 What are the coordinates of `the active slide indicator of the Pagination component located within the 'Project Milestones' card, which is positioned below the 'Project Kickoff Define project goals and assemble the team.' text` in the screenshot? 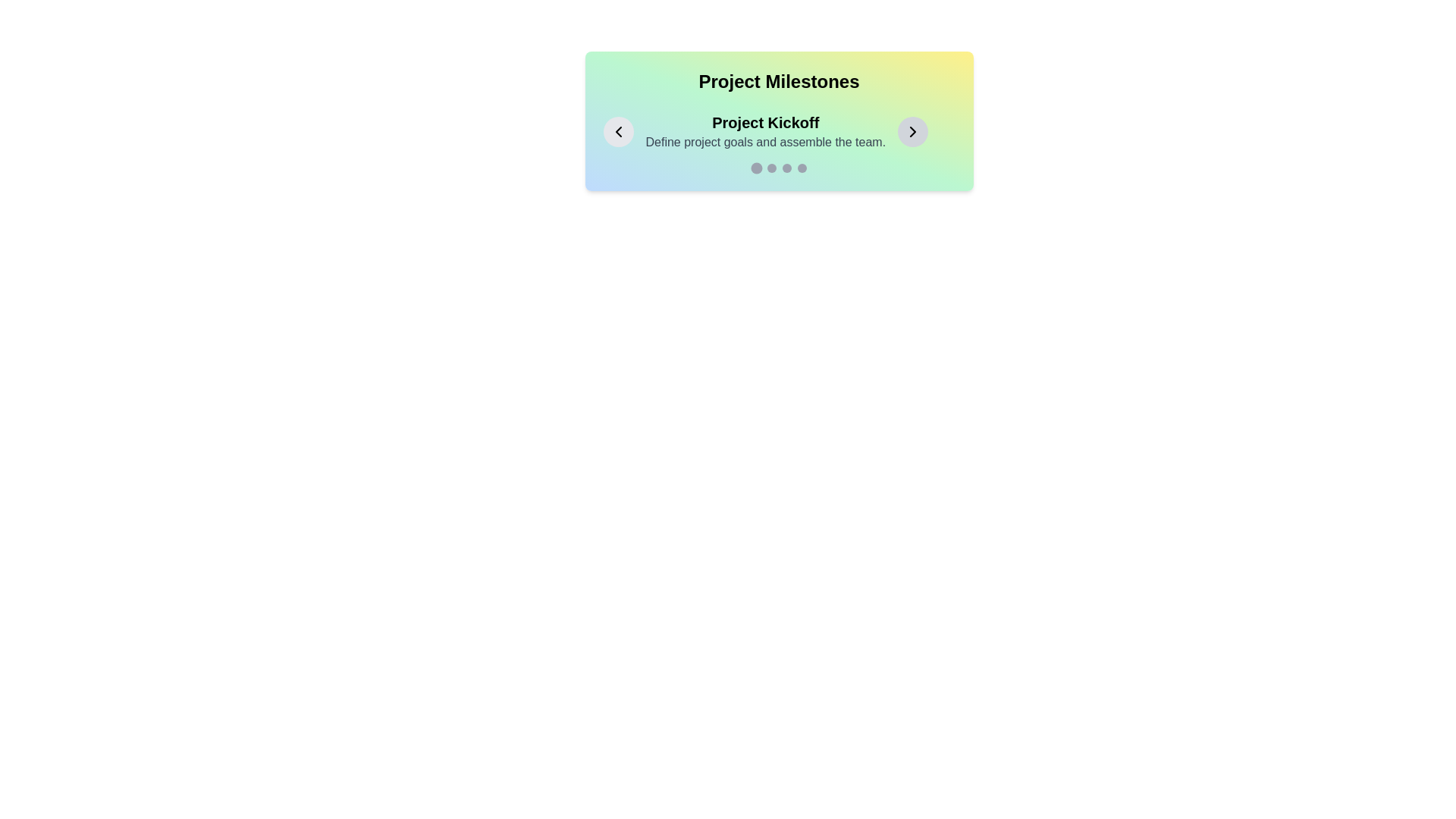 It's located at (779, 168).